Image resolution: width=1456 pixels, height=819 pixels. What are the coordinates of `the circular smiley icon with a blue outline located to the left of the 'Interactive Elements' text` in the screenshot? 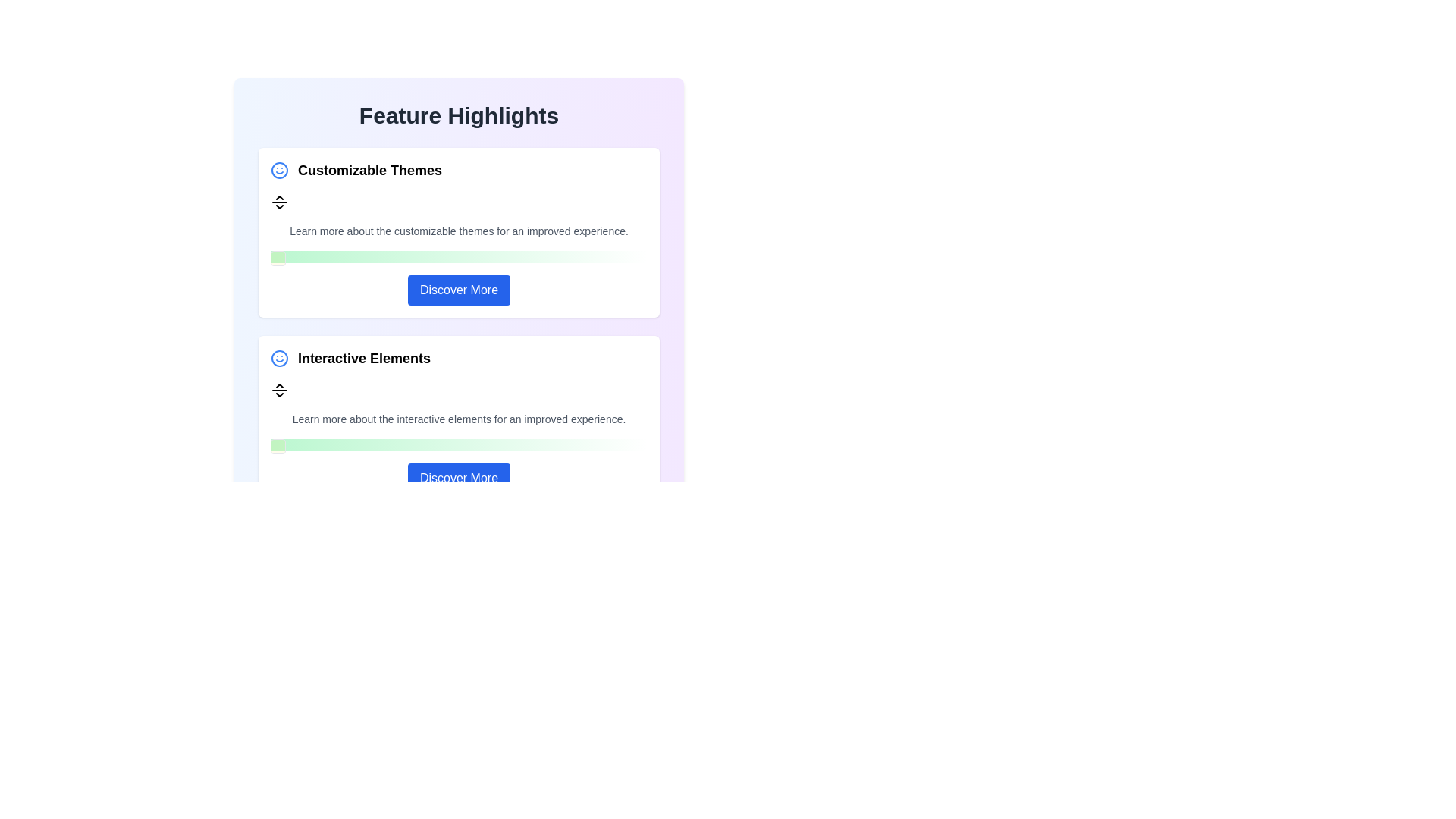 It's located at (280, 359).